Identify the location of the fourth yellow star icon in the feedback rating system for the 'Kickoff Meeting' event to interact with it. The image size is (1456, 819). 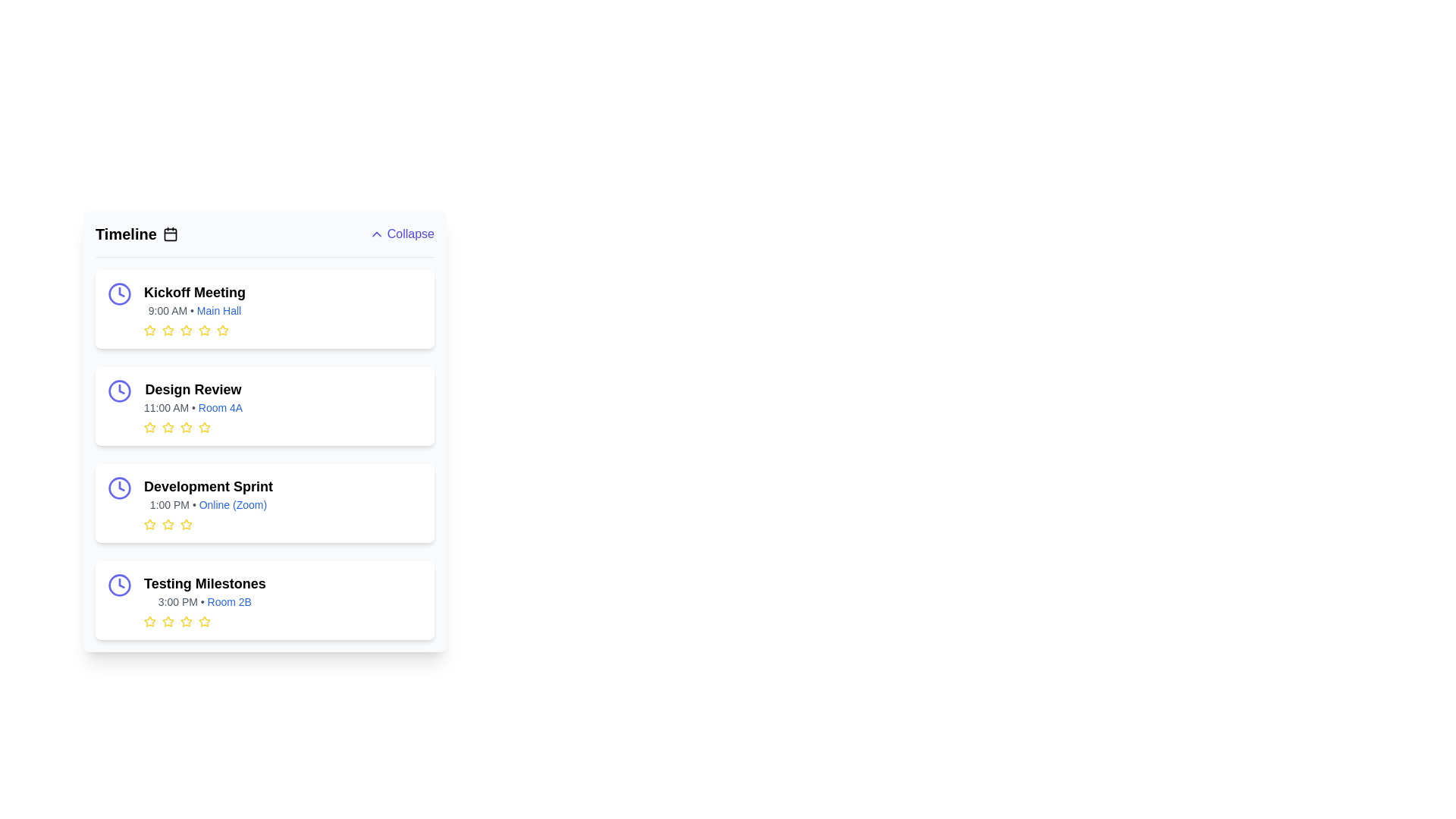
(149, 329).